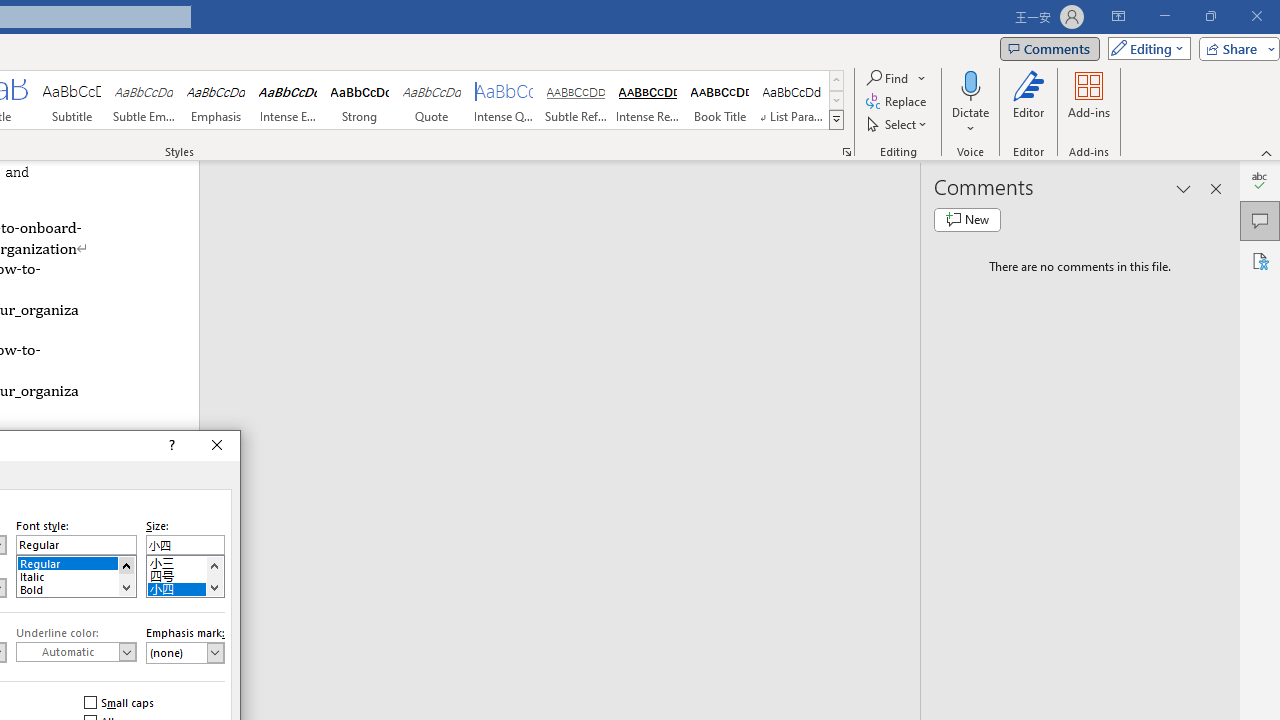  Describe the element at coordinates (214, 576) in the screenshot. I see `'AutomationID: 1797'` at that location.